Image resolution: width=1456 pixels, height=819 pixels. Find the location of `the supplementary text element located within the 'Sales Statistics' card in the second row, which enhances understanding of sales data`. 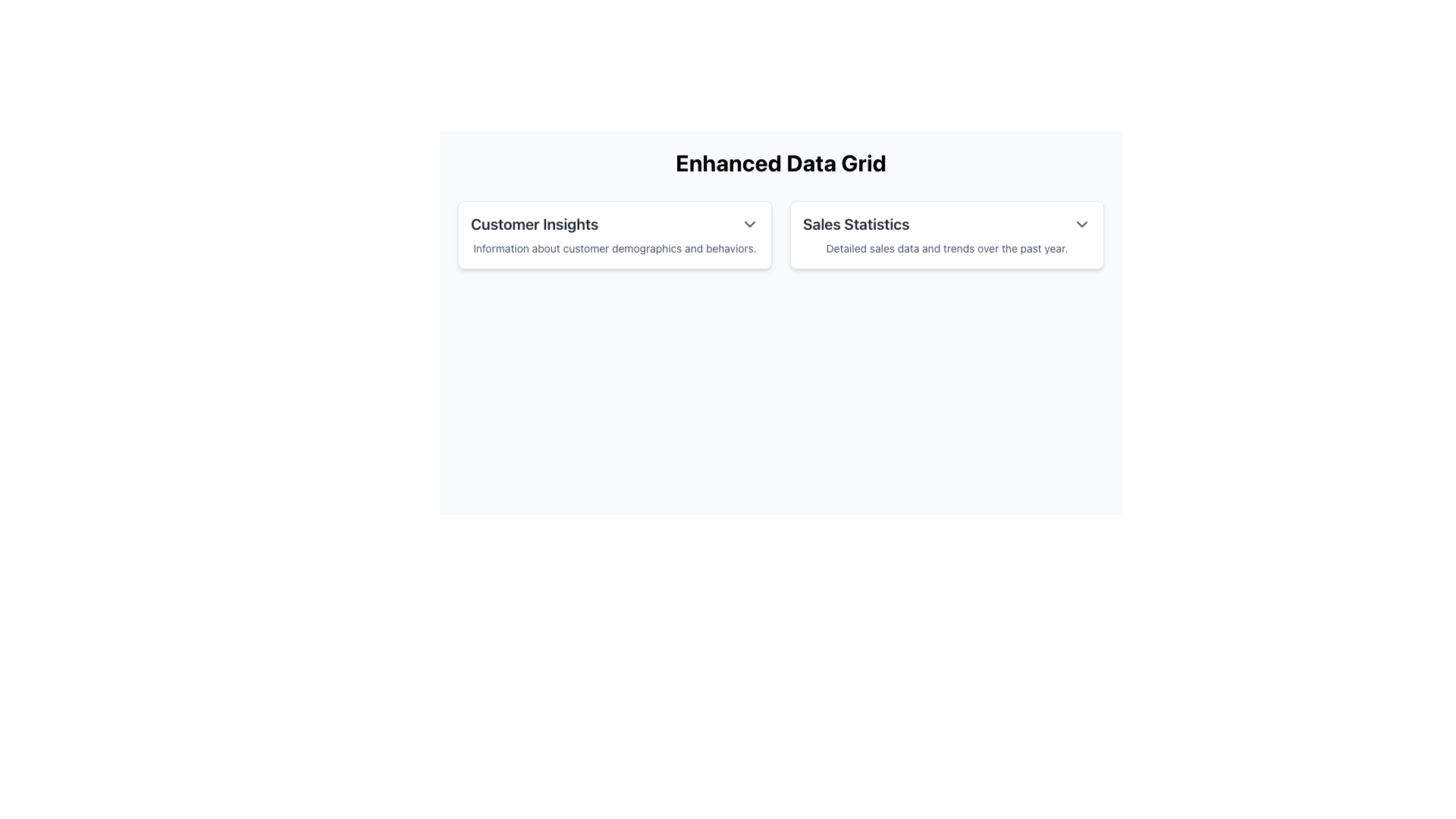

the supplementary text element located within the 'Sales Statistics' card in the second row, which enhances understanding of sales data is located at coordinates (946, 247).